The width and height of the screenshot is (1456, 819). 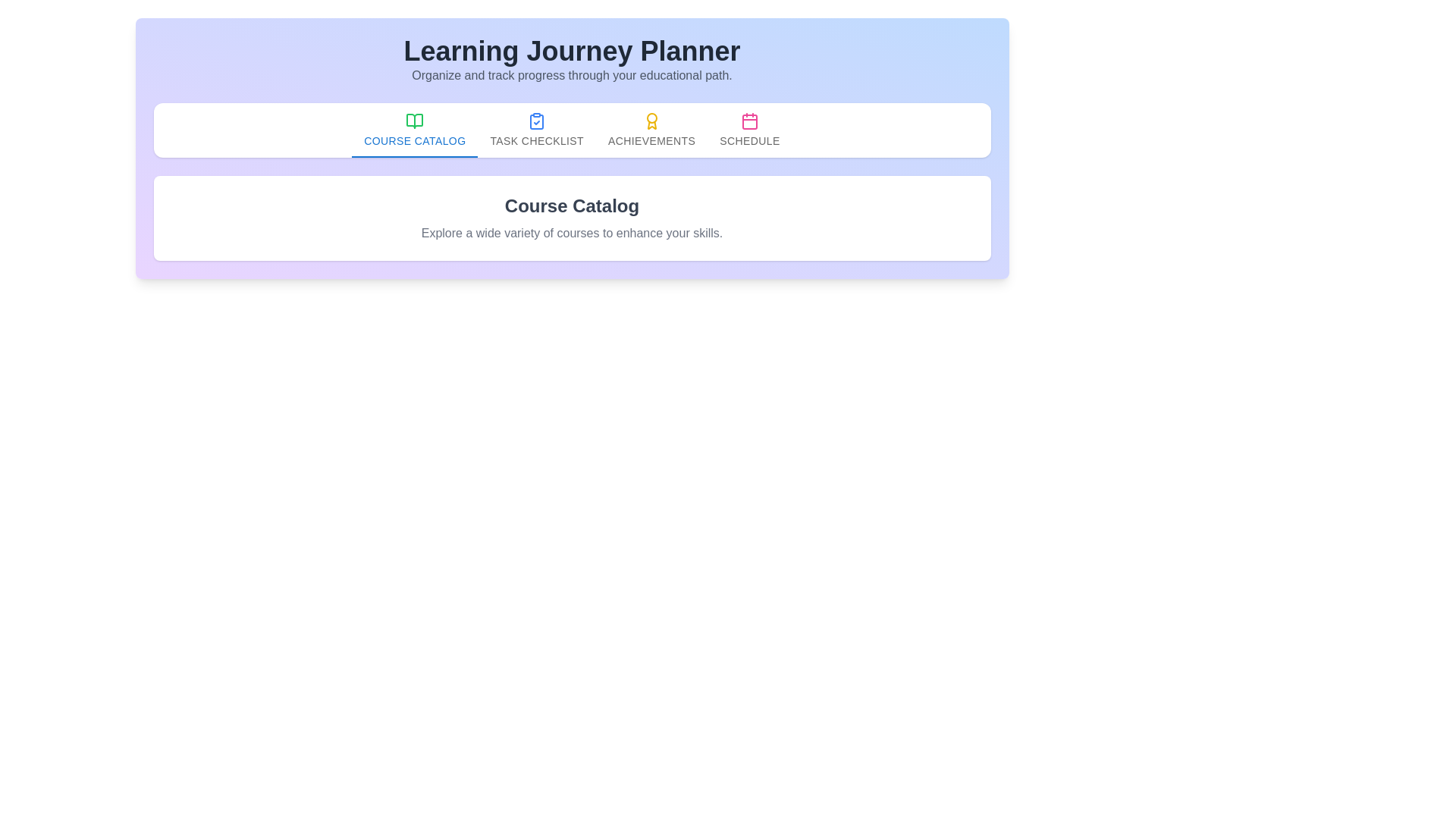 What do you see at coordinates (537, 130) in the screenshot?
I see `the second tab in the horizontal tab list` at bounding box center [537, 130].